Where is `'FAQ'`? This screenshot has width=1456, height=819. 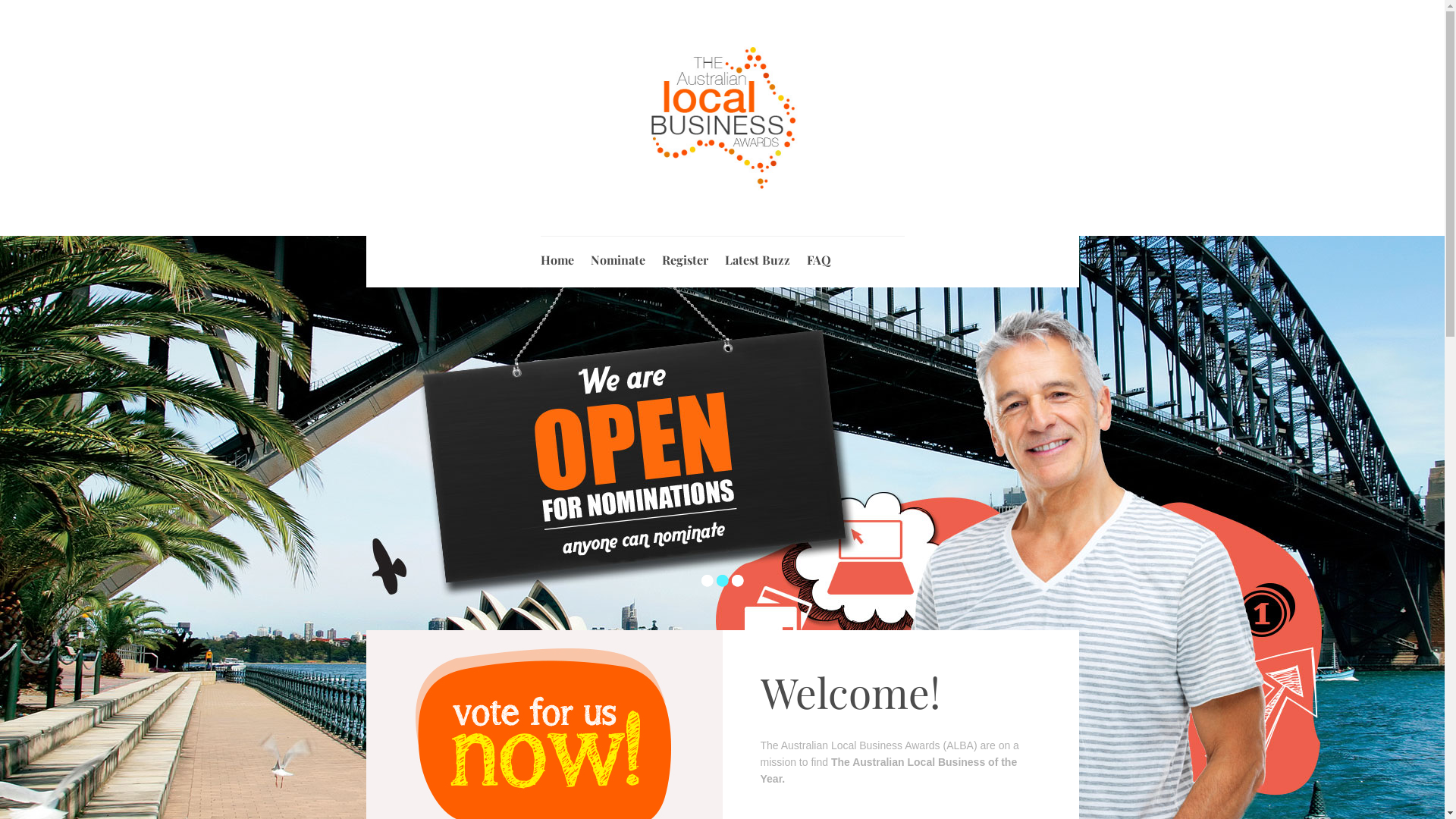
'FAQ' is located at coordinates (806, 254).